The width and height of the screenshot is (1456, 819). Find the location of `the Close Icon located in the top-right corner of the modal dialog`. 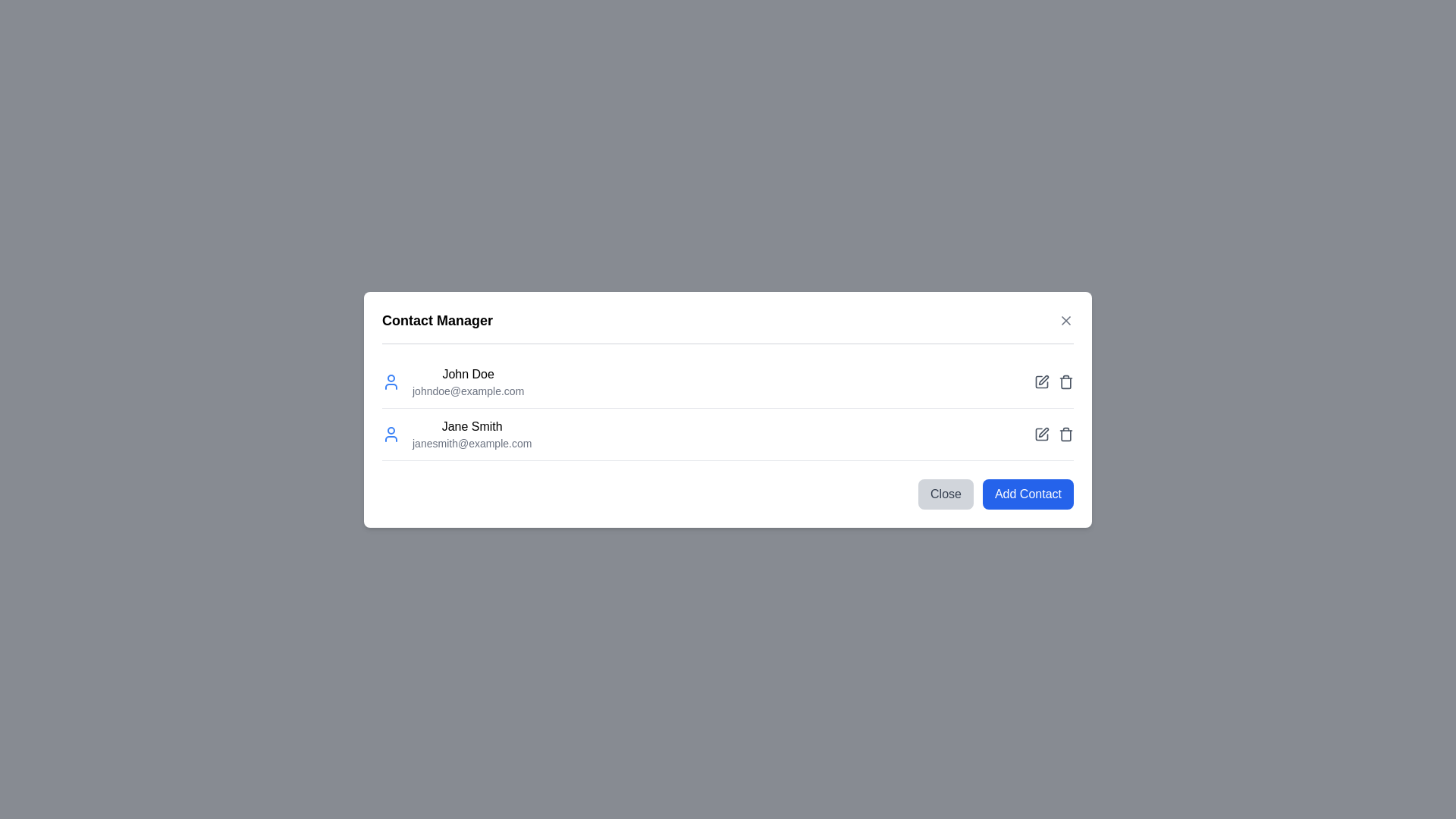

the Close Icon located in the top-right corner of the modal dialog is located at coordinates (1065, 319).